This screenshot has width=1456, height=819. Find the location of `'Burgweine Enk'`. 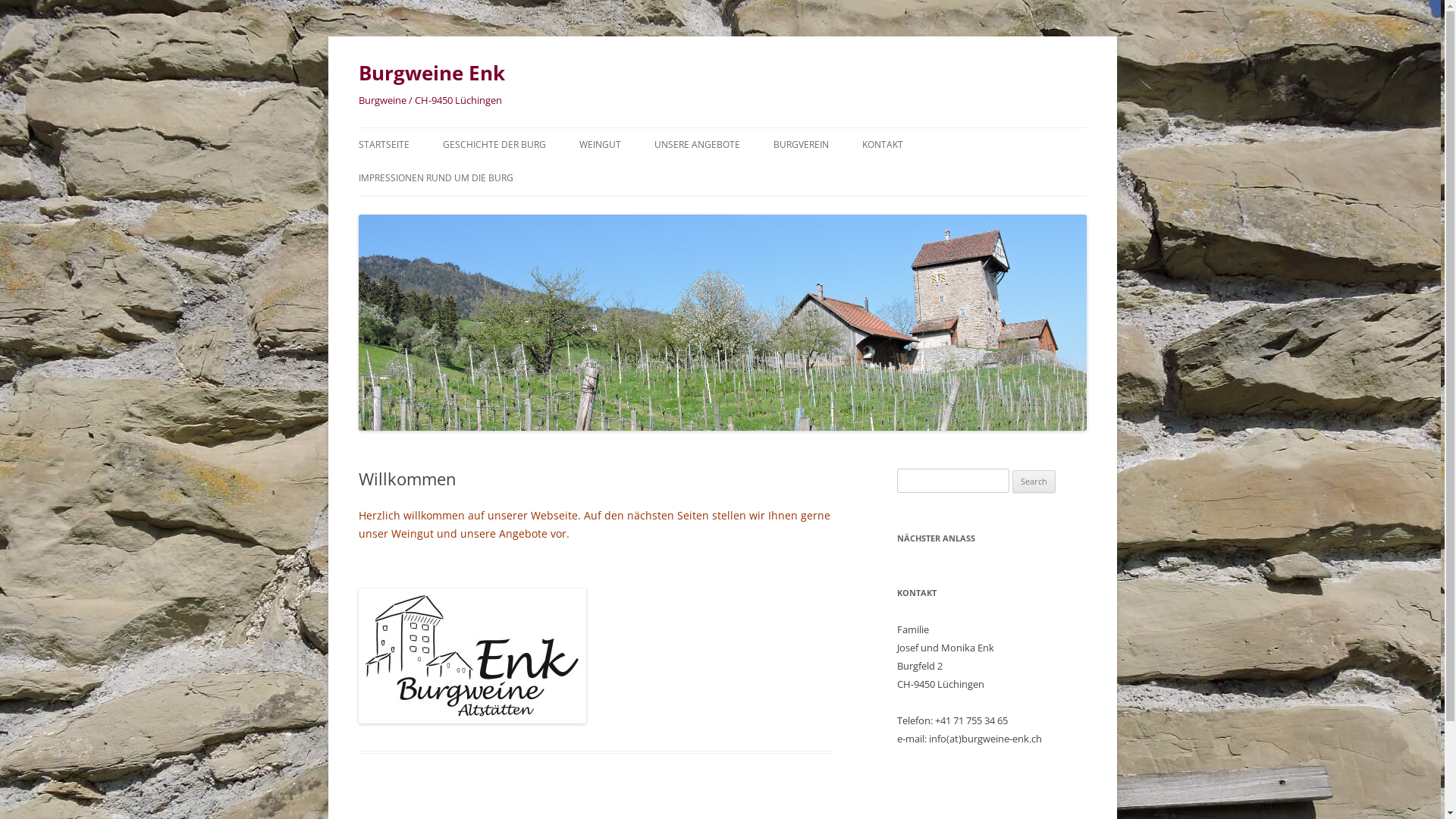

'Burgweine Enk' is located at coordinates (356, 73).